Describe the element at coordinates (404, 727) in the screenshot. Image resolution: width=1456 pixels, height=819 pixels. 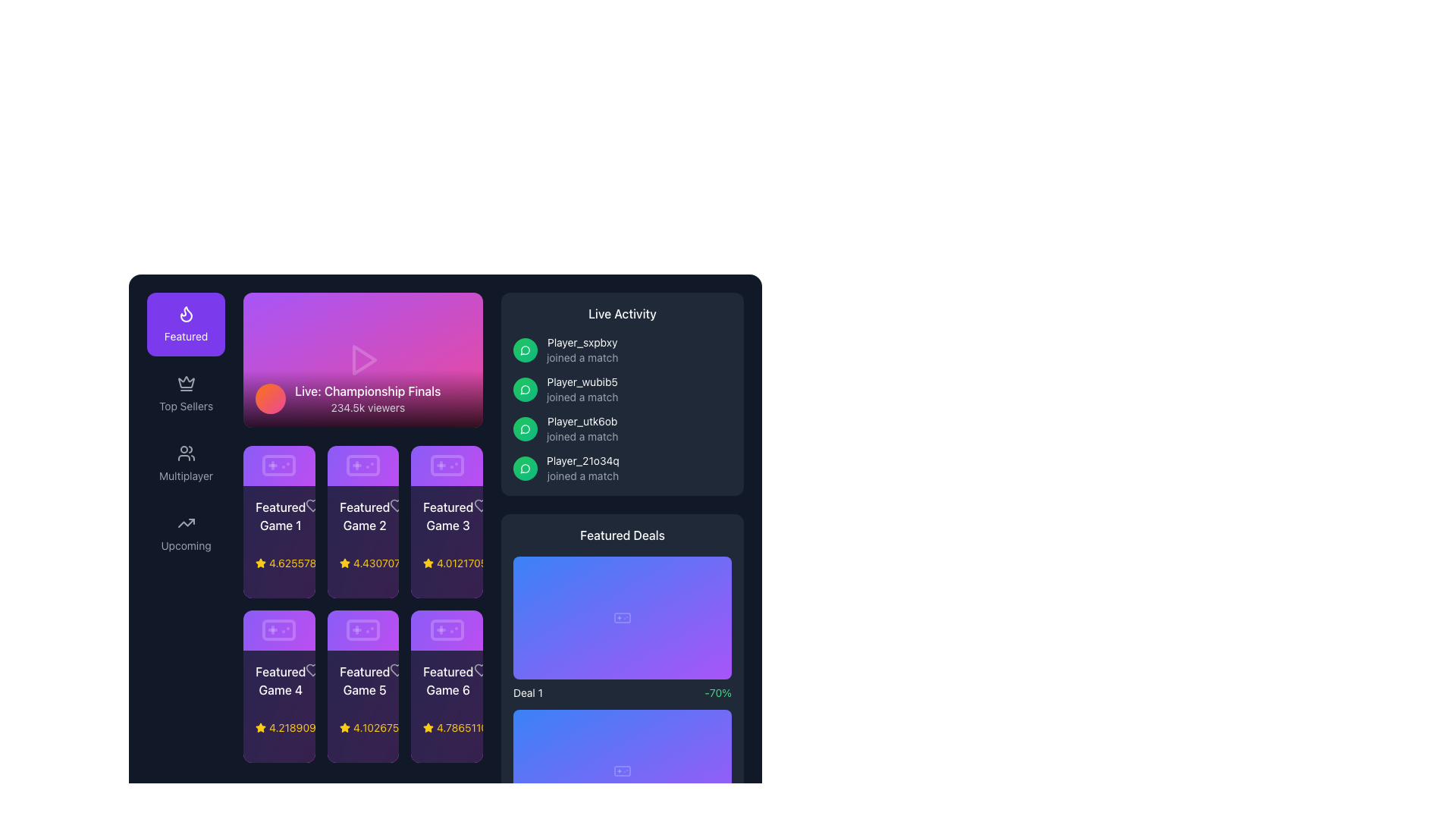
I see `contents of the yellow text label displaying a numerical rating, located in the bottom row of the grid layout under the 'Featured Game 5' card, positioned to the right of the star icon` at that location.